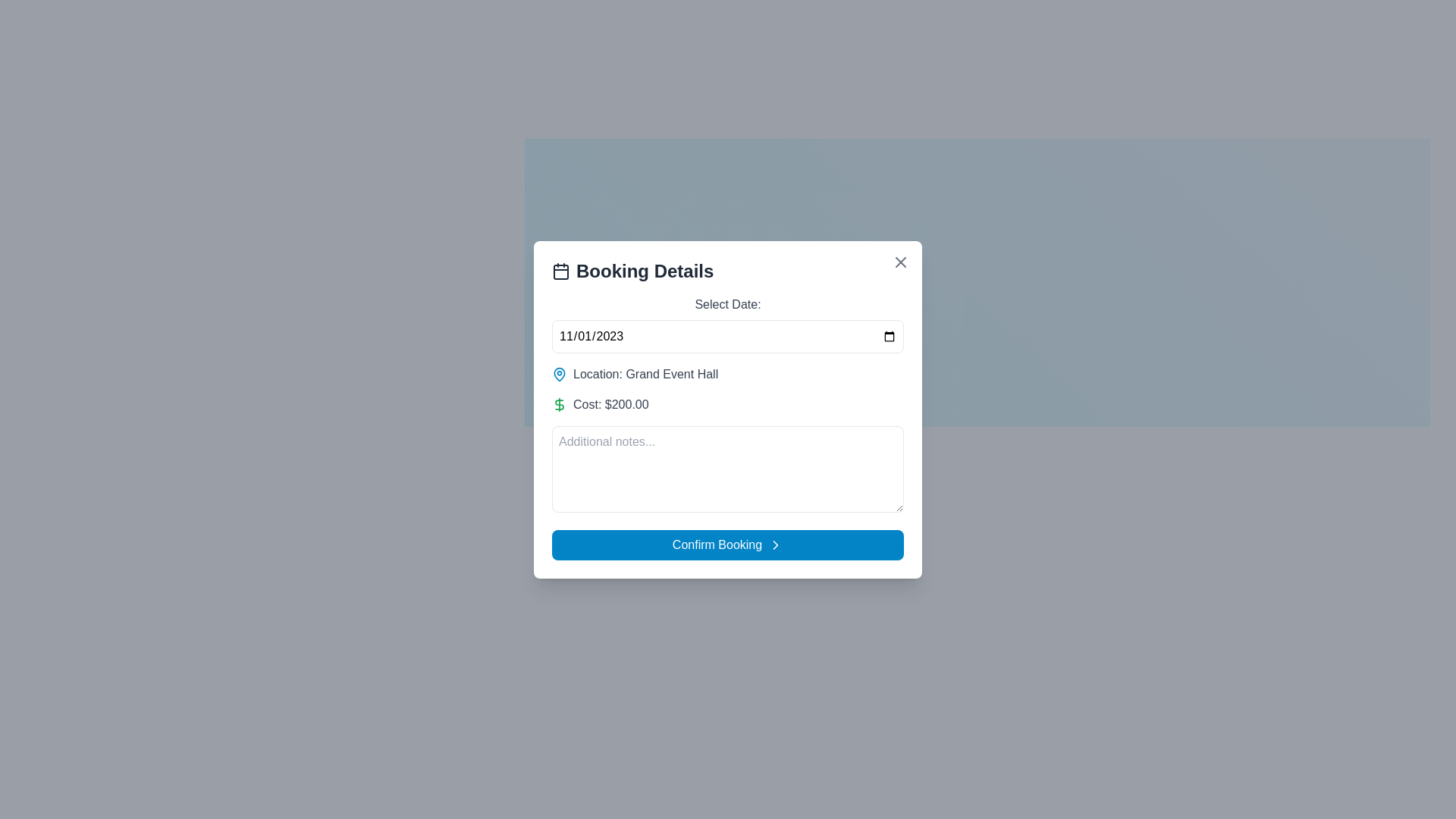  What do you see at coordinates (901, 260) in the screenshot?
I see `the diagonal cross (X) icon in the top-right corner of the 'Booking Details' modal` at bounding box center [901, 260].